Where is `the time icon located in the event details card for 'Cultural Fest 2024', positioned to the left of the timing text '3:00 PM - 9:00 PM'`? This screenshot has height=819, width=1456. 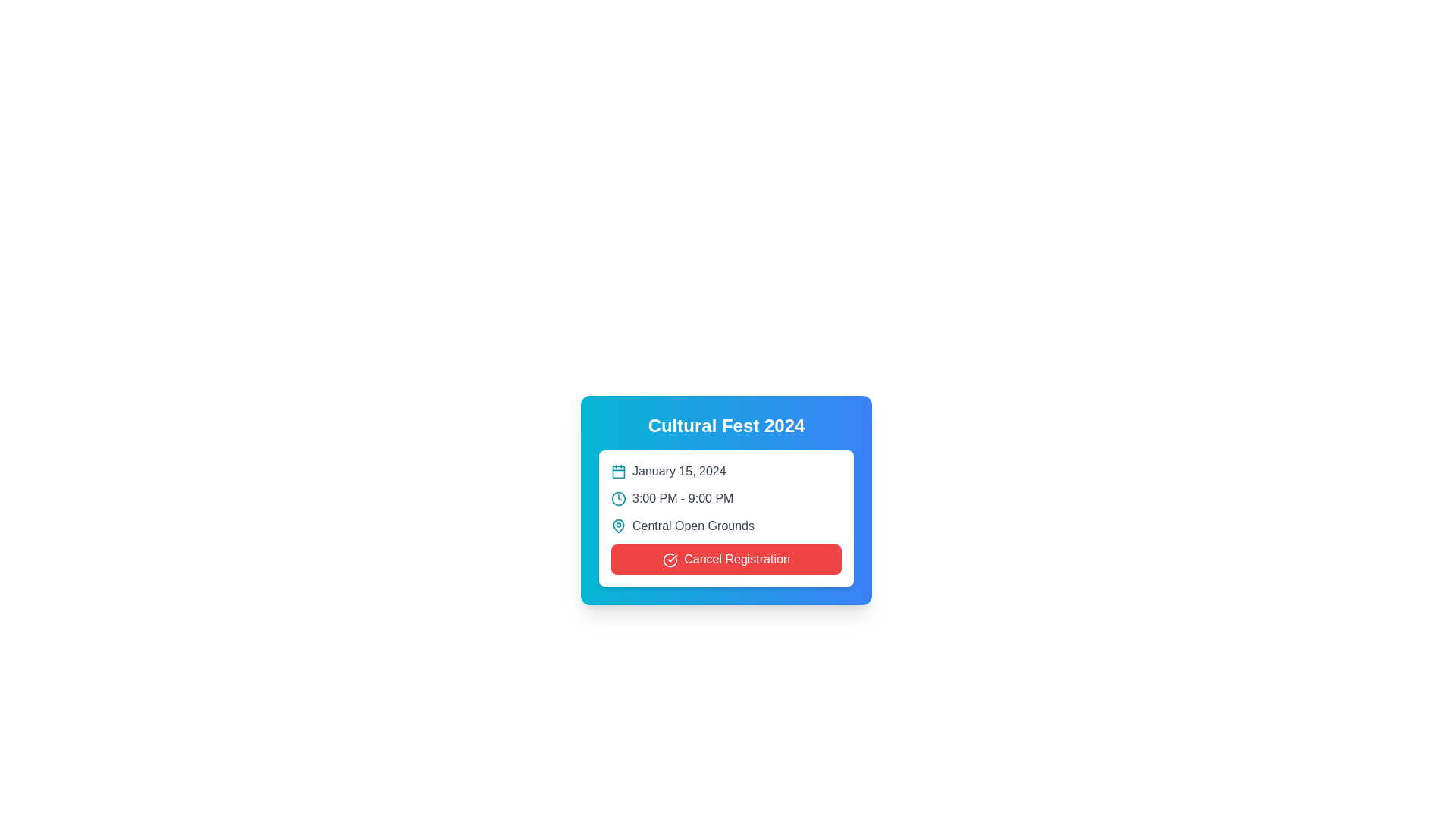
the time icon located in the event details card for 'Cultural Fest 2024', positioned to the left of the timing text '3:00 PM - 9:00 PM' is located at coordinates (619, 499).